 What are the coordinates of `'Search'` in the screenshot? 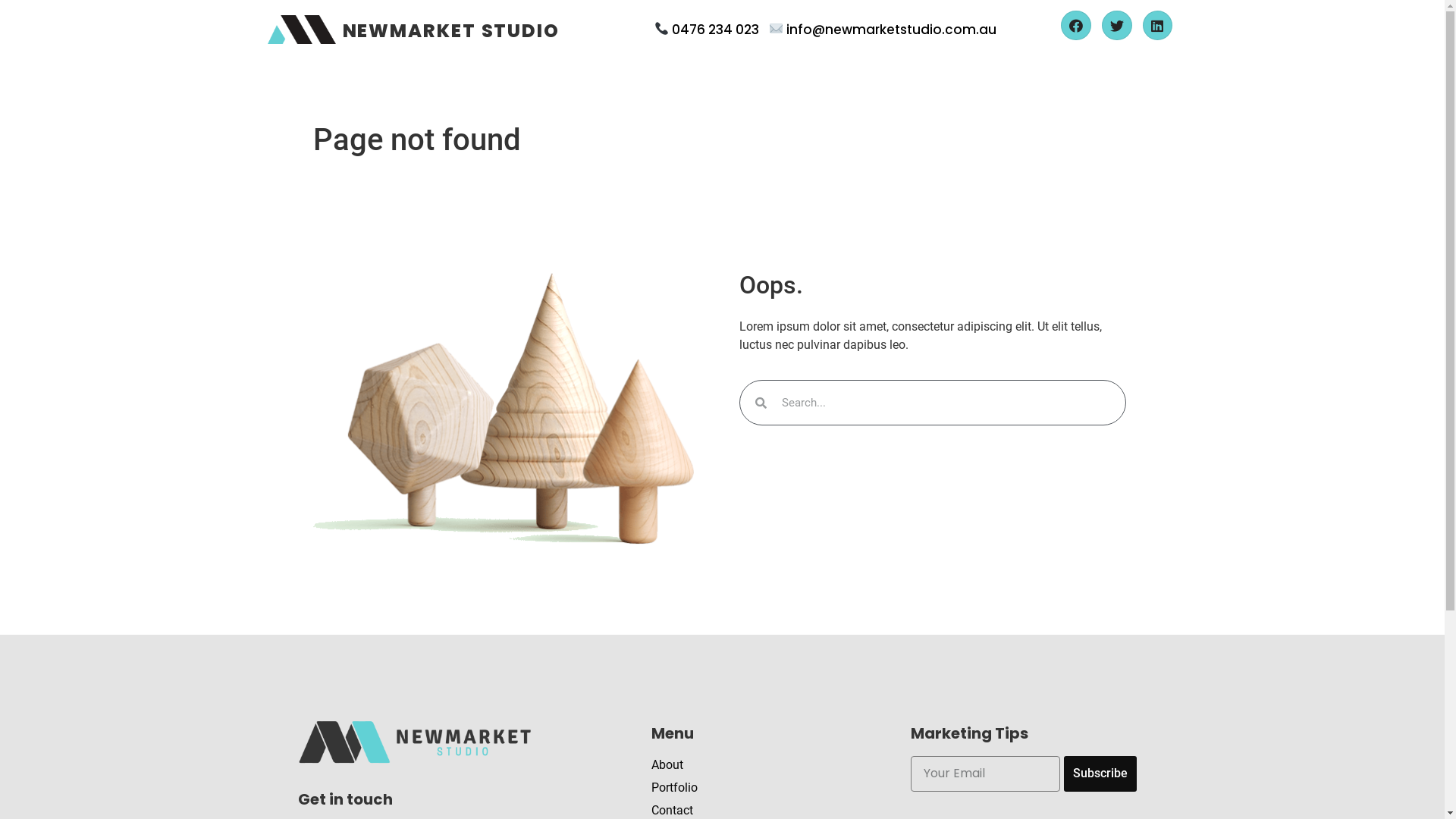 It's located at (945, 402).